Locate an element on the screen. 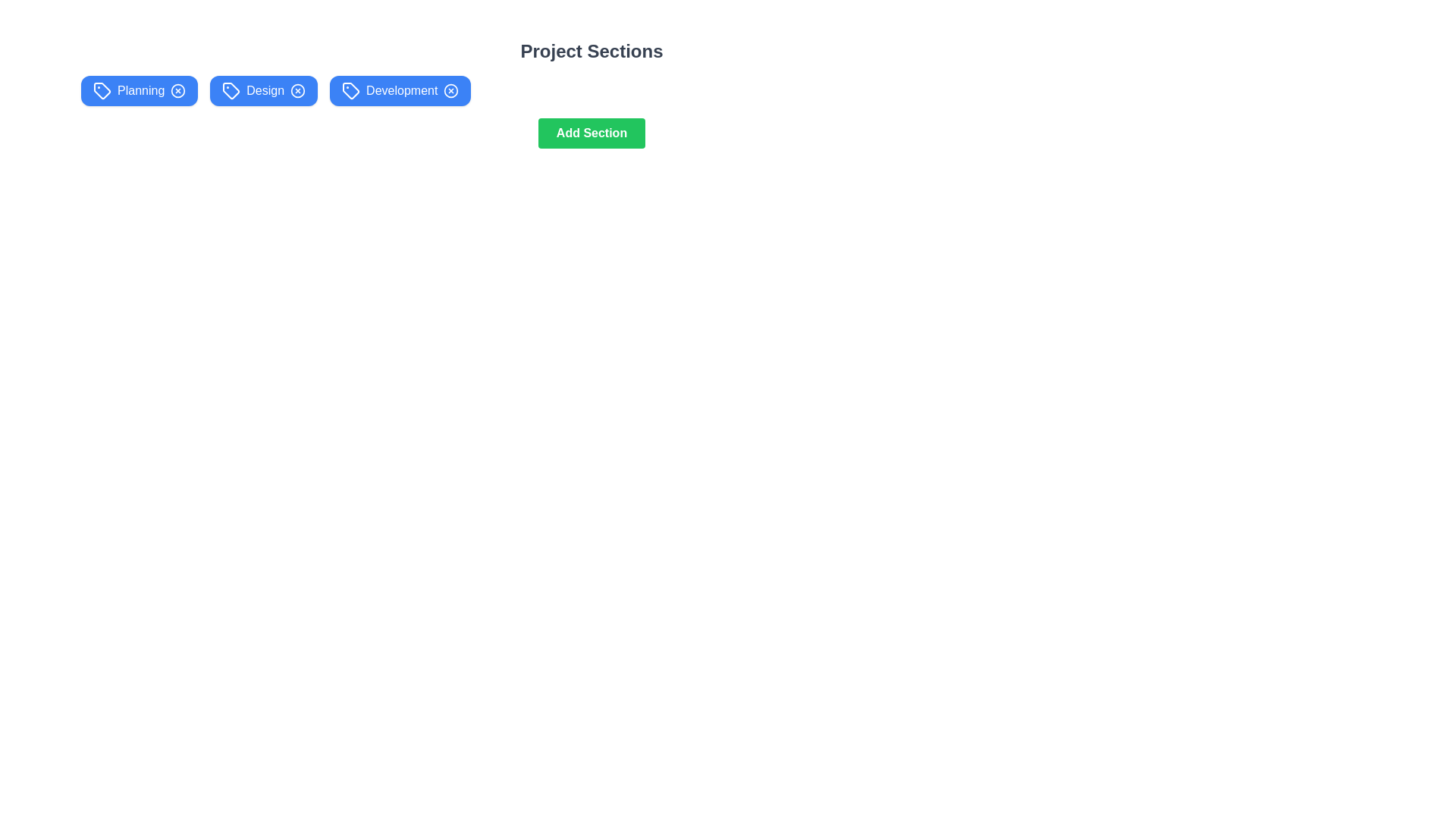 This screenshot has width=1456, height=819. remove button (X) on the section chip labeled Planning is located at coordinates (178, 90).